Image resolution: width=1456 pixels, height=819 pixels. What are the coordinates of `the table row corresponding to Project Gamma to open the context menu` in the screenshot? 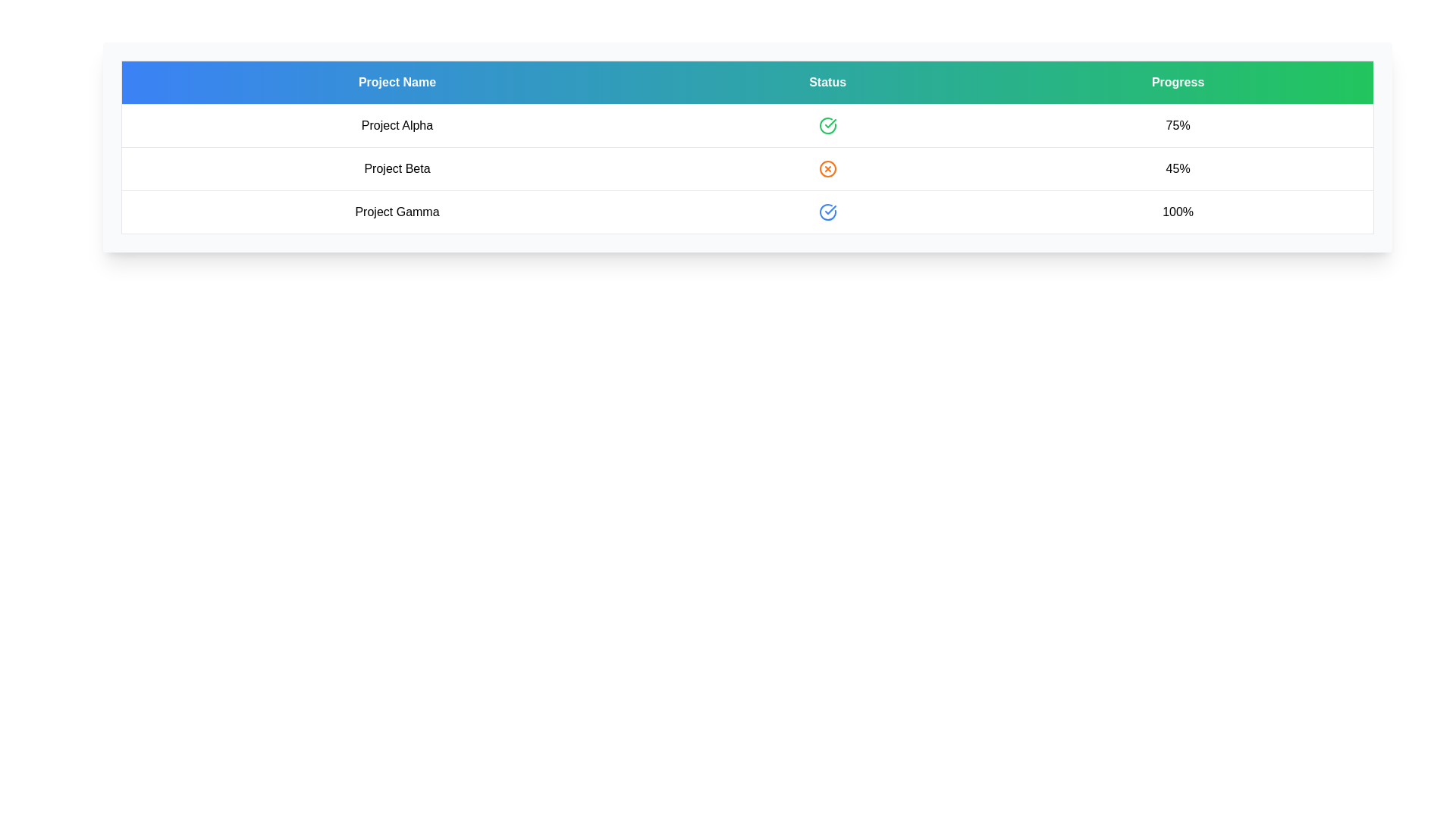 It's located at (747, 212).